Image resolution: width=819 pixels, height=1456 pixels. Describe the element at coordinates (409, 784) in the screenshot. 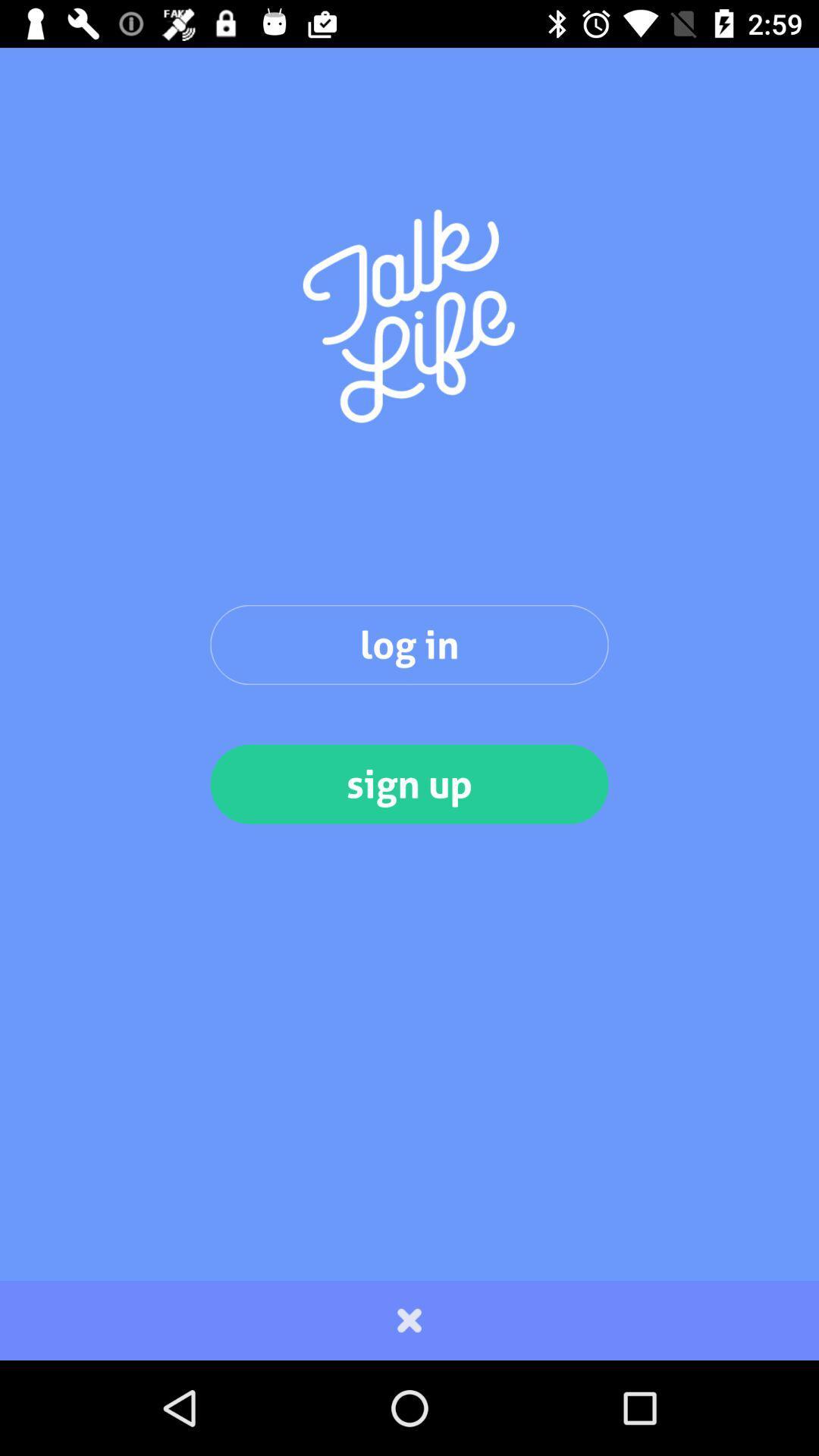

I see `item below the log in` at that location.